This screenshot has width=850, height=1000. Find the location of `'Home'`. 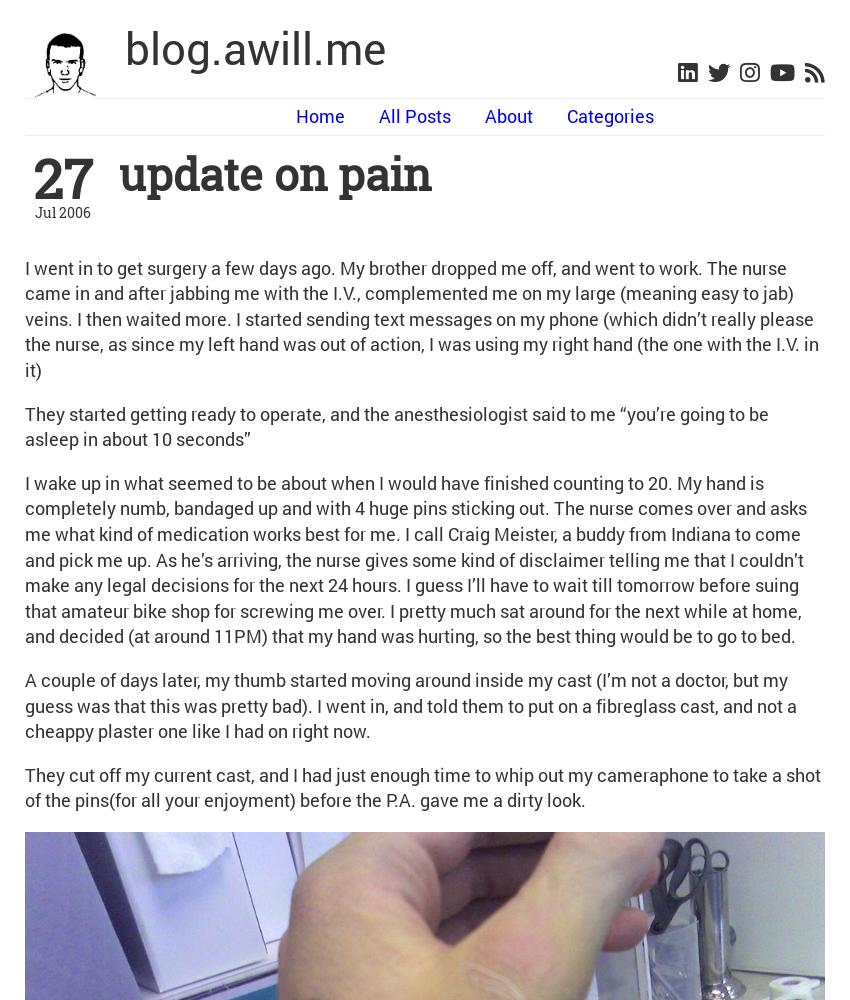

'Home' is located at coordinates (320, 115).